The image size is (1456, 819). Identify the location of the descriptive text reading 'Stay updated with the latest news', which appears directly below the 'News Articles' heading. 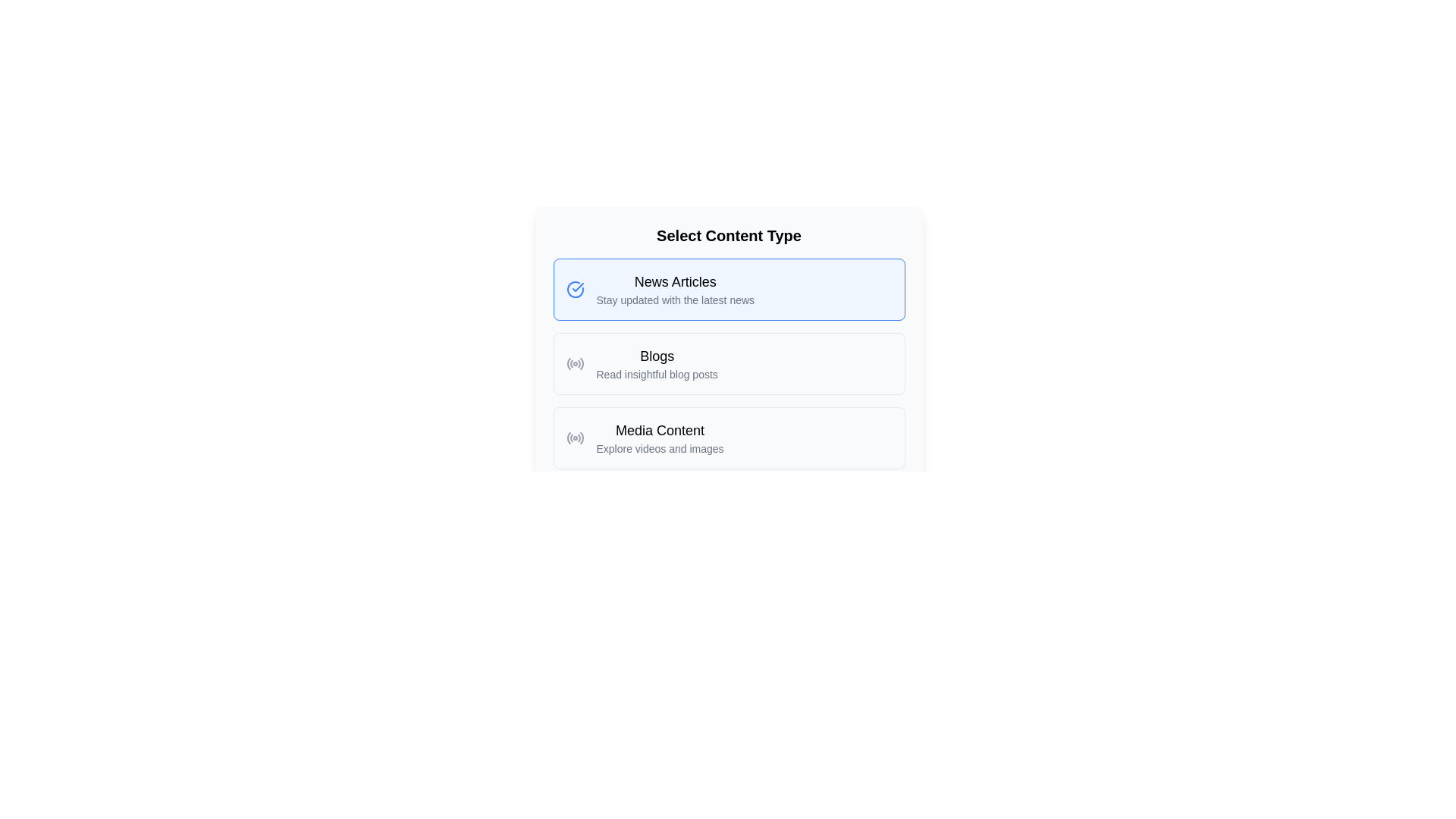
(674, 300).